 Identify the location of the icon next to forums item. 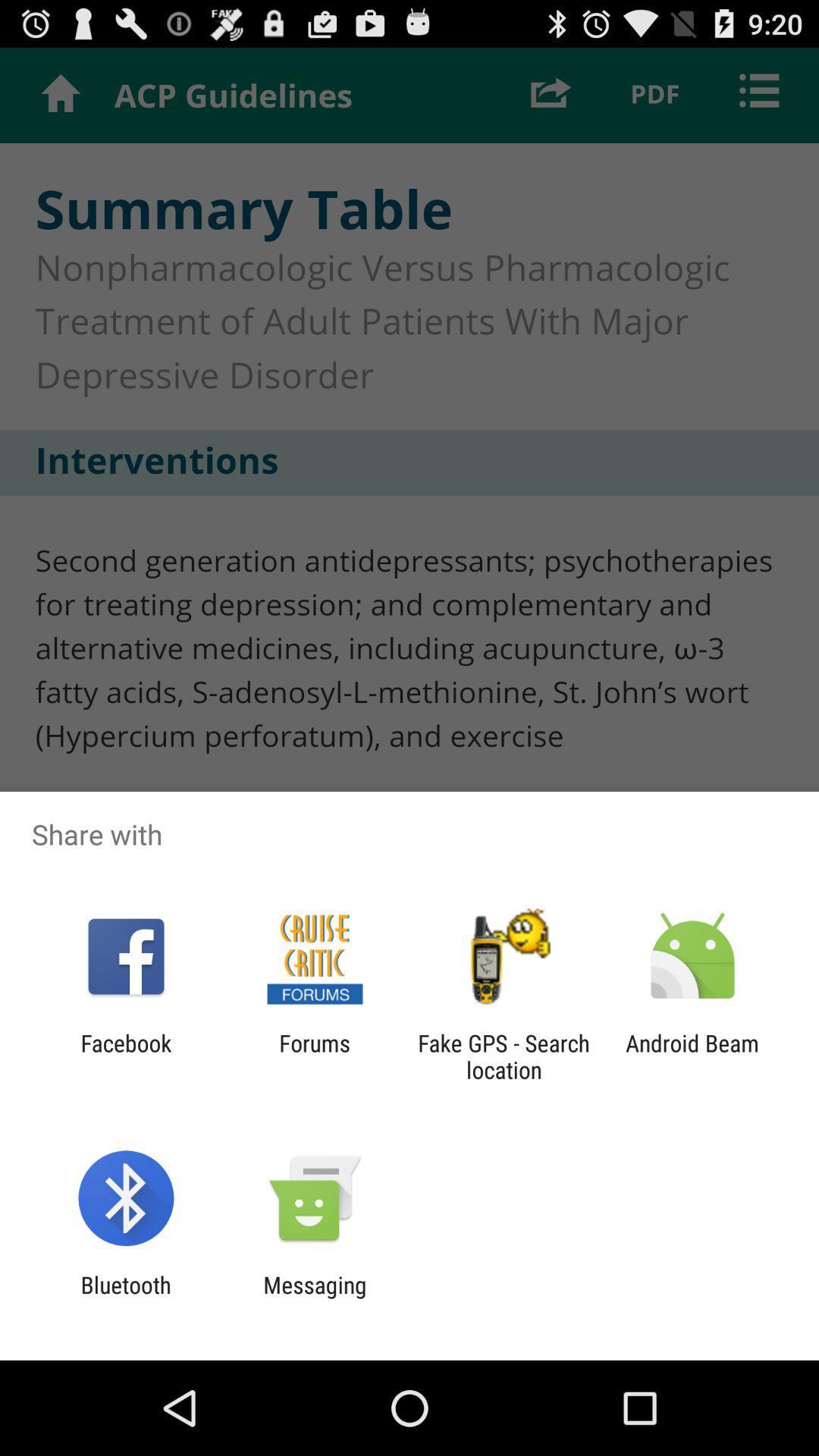
(504, 1056).